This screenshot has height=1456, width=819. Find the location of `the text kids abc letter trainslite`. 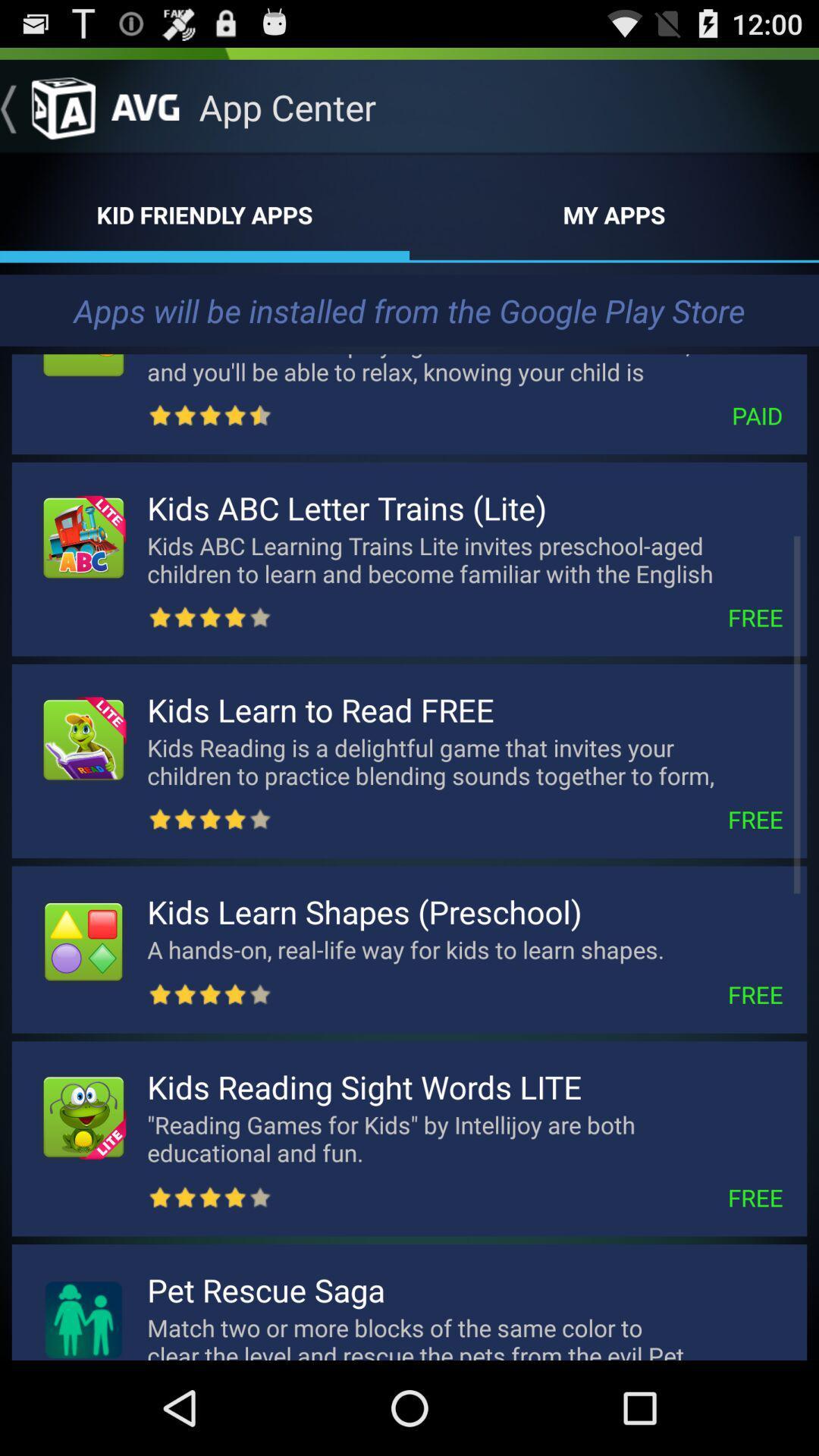

the text kids abc letter trainslite is located at coordinates (409, 559).